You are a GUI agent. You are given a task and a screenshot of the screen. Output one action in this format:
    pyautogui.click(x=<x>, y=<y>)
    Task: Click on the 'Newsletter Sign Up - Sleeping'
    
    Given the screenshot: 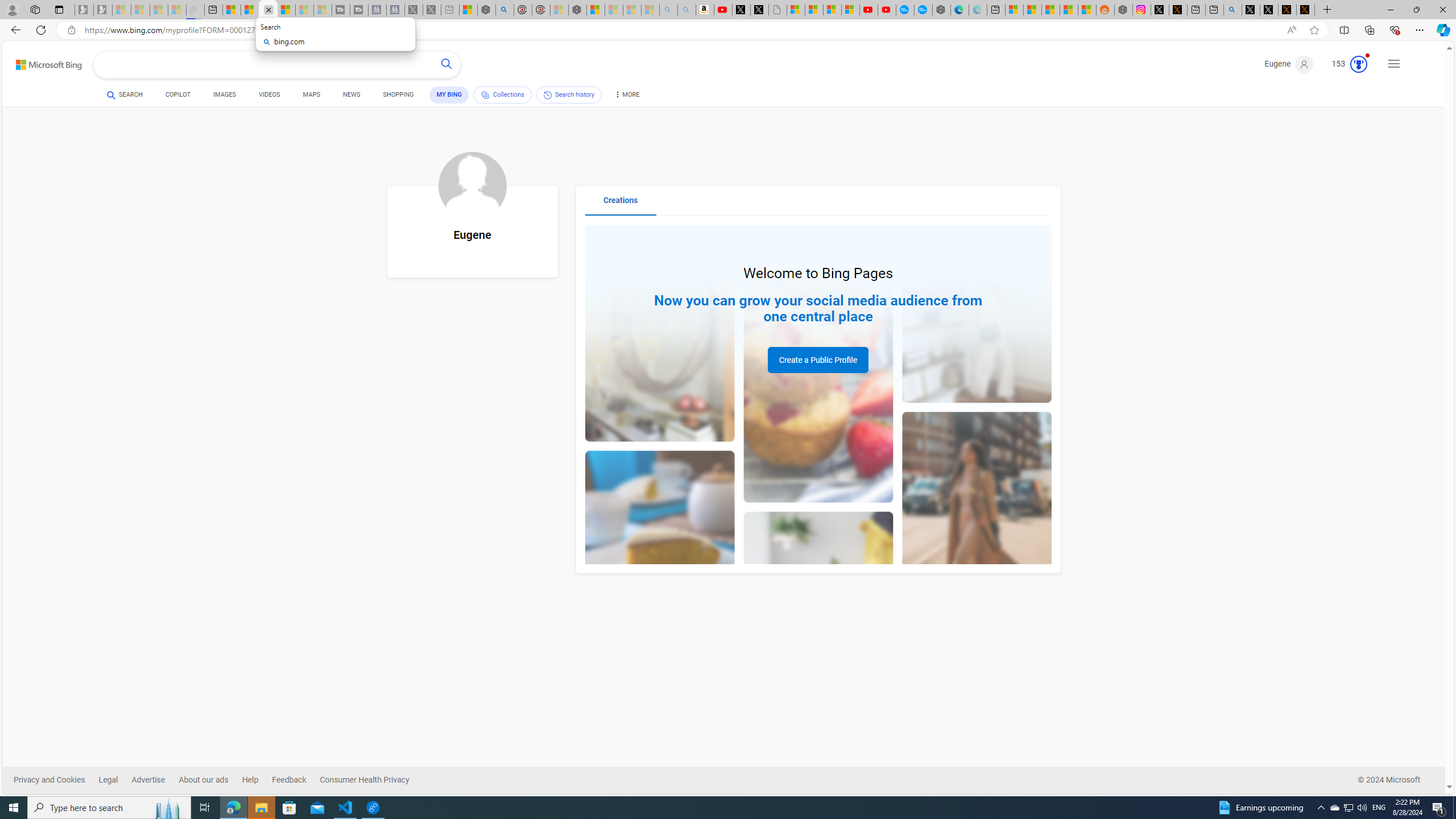 What is the action you would take?
    pyautogui.click(x=102, y=9)
    